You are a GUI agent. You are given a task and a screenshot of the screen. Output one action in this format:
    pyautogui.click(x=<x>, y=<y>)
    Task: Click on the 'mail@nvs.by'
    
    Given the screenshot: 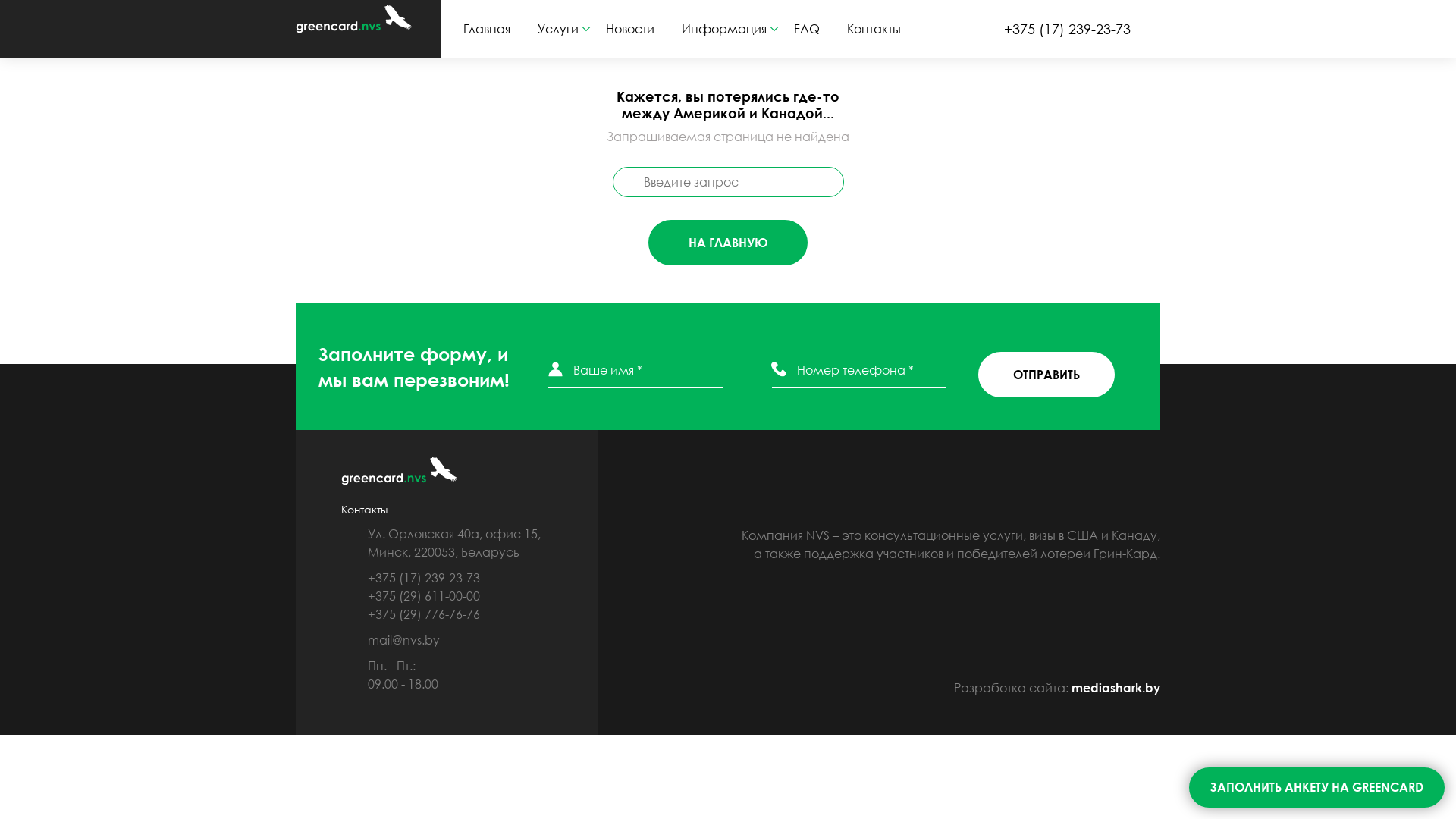 What is the action you would take?
    pyautogui.click(x=453, y=643)
    